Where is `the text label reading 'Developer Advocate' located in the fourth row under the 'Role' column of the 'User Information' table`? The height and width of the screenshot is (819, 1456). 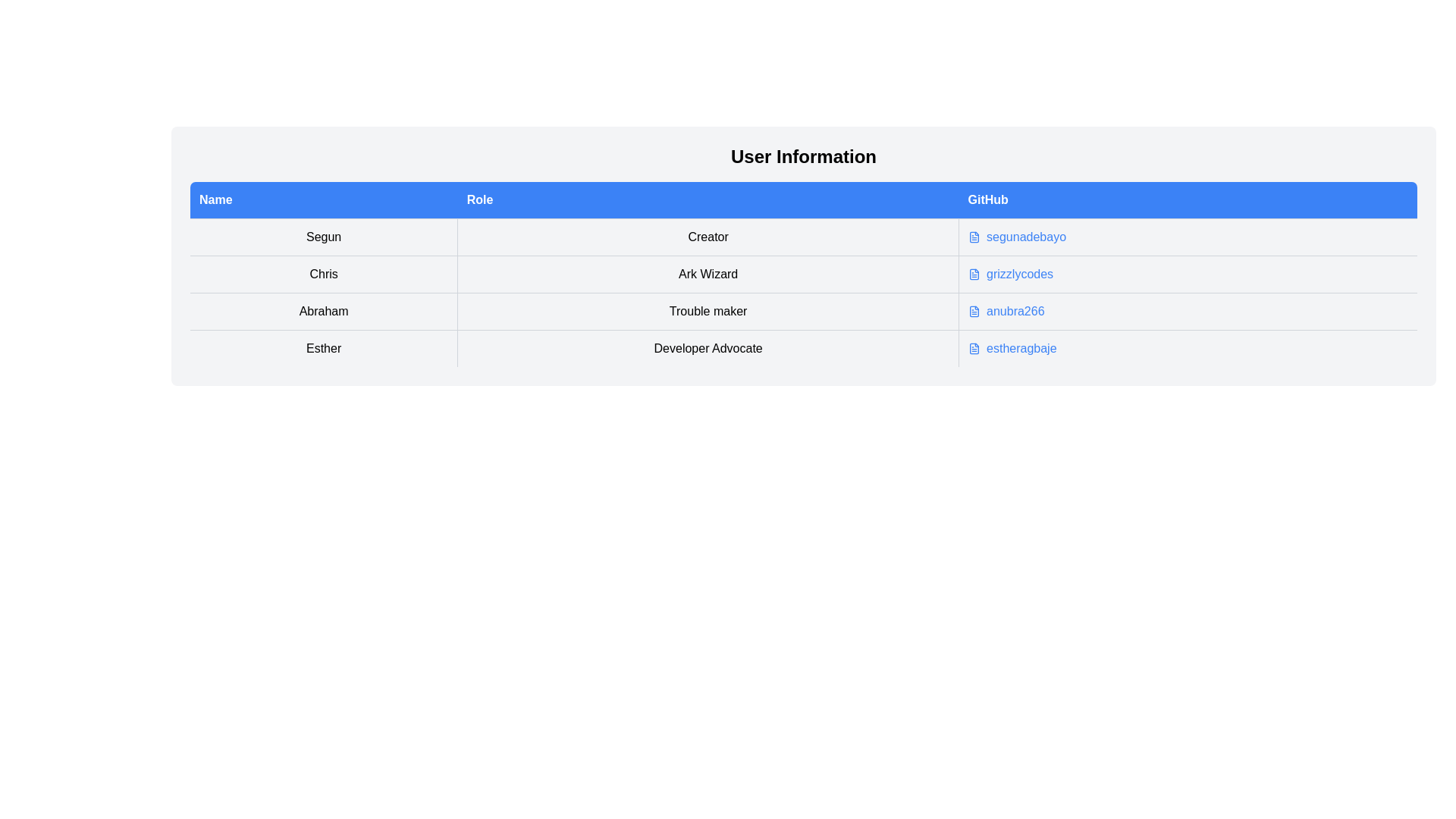 the text label reading 'Developer Advocate' located in the fourth row under the 'Role' column of the 'User Information' table is located at coordinates (708, 348).